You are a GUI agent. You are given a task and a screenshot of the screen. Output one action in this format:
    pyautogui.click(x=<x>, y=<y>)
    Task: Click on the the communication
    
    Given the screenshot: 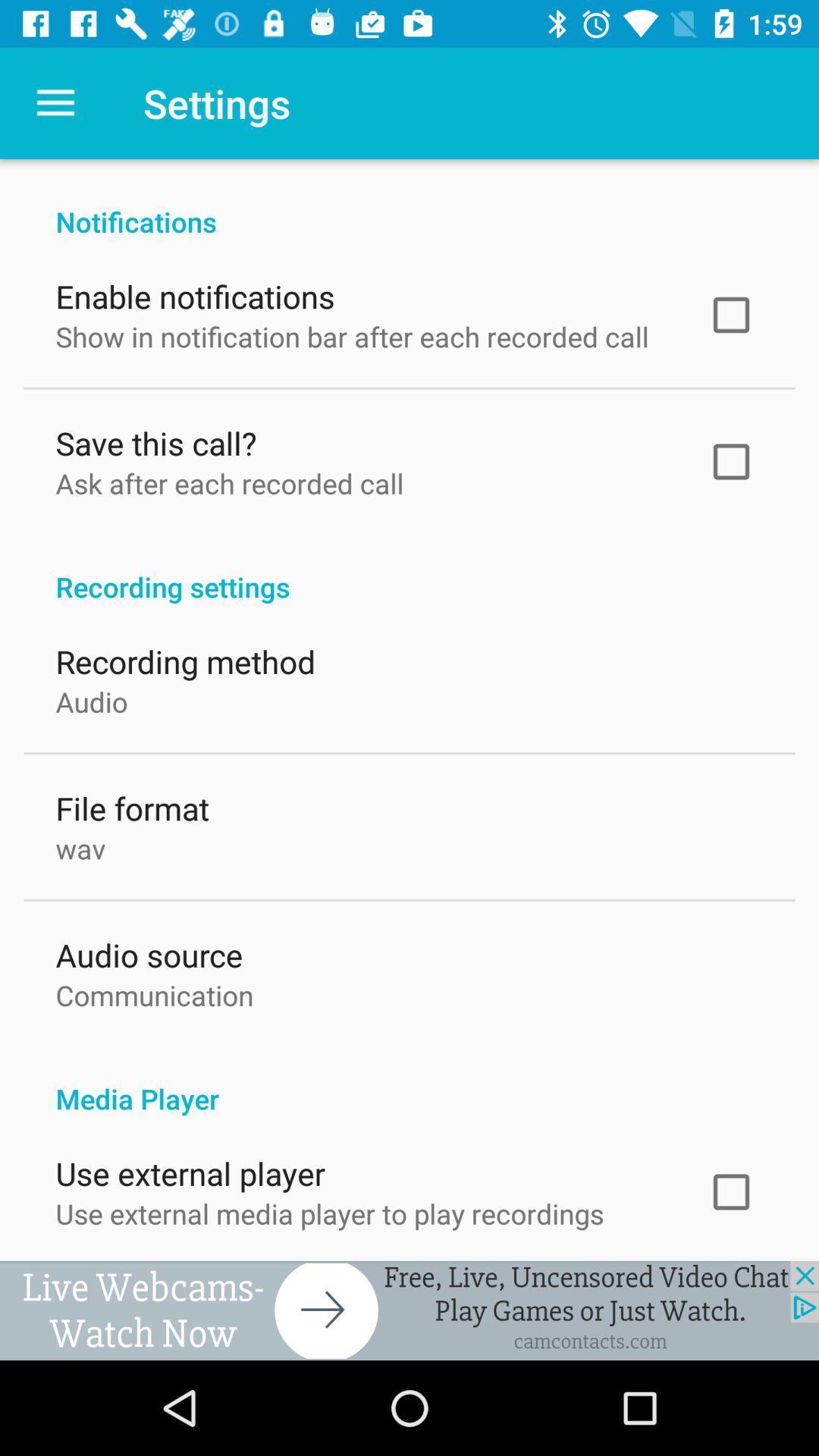 What is the action you would take?
    pyautogui.click(x=155, y=992)
    